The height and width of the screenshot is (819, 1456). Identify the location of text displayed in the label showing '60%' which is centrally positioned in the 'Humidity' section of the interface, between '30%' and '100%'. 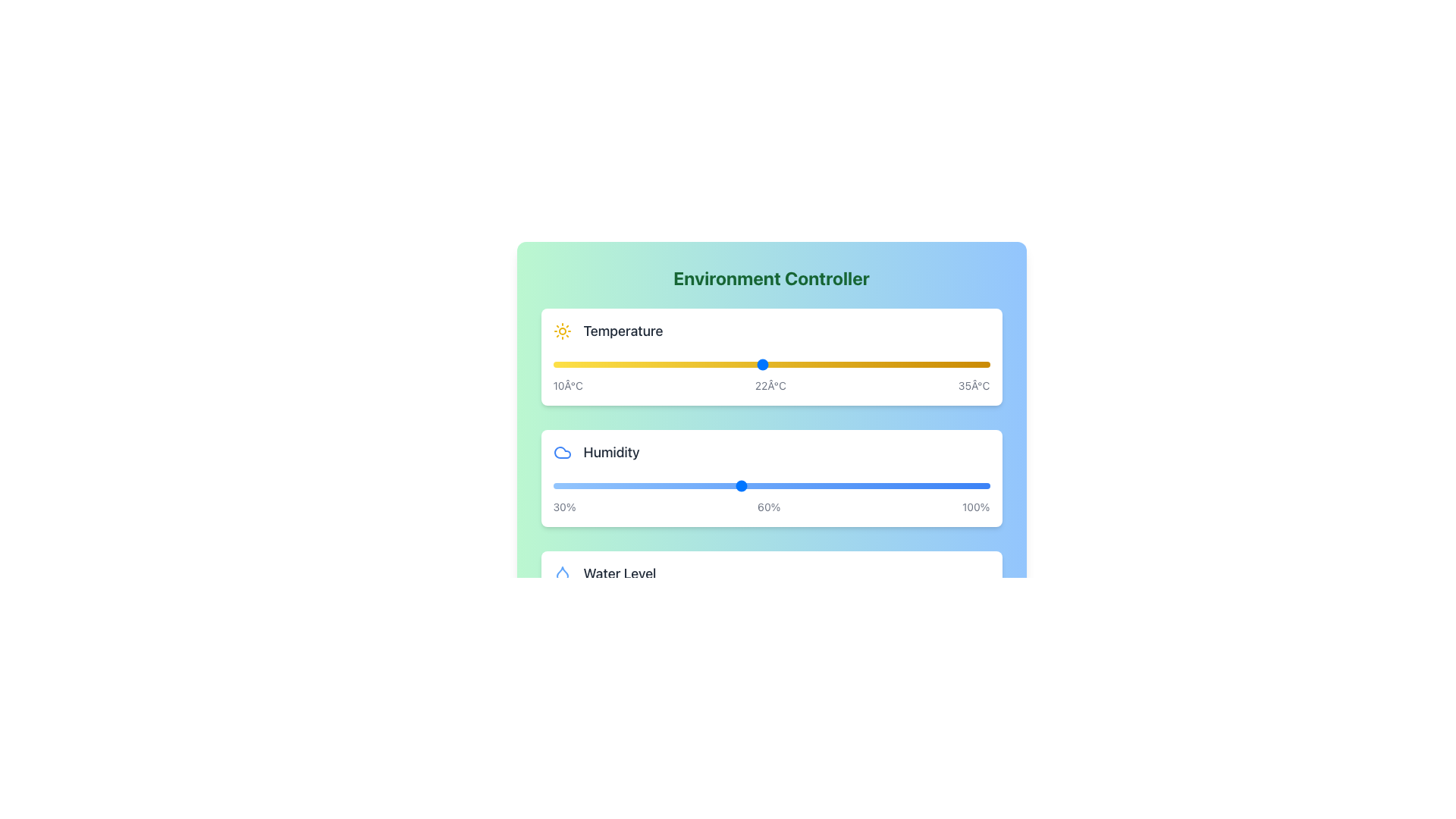
(769, 507).